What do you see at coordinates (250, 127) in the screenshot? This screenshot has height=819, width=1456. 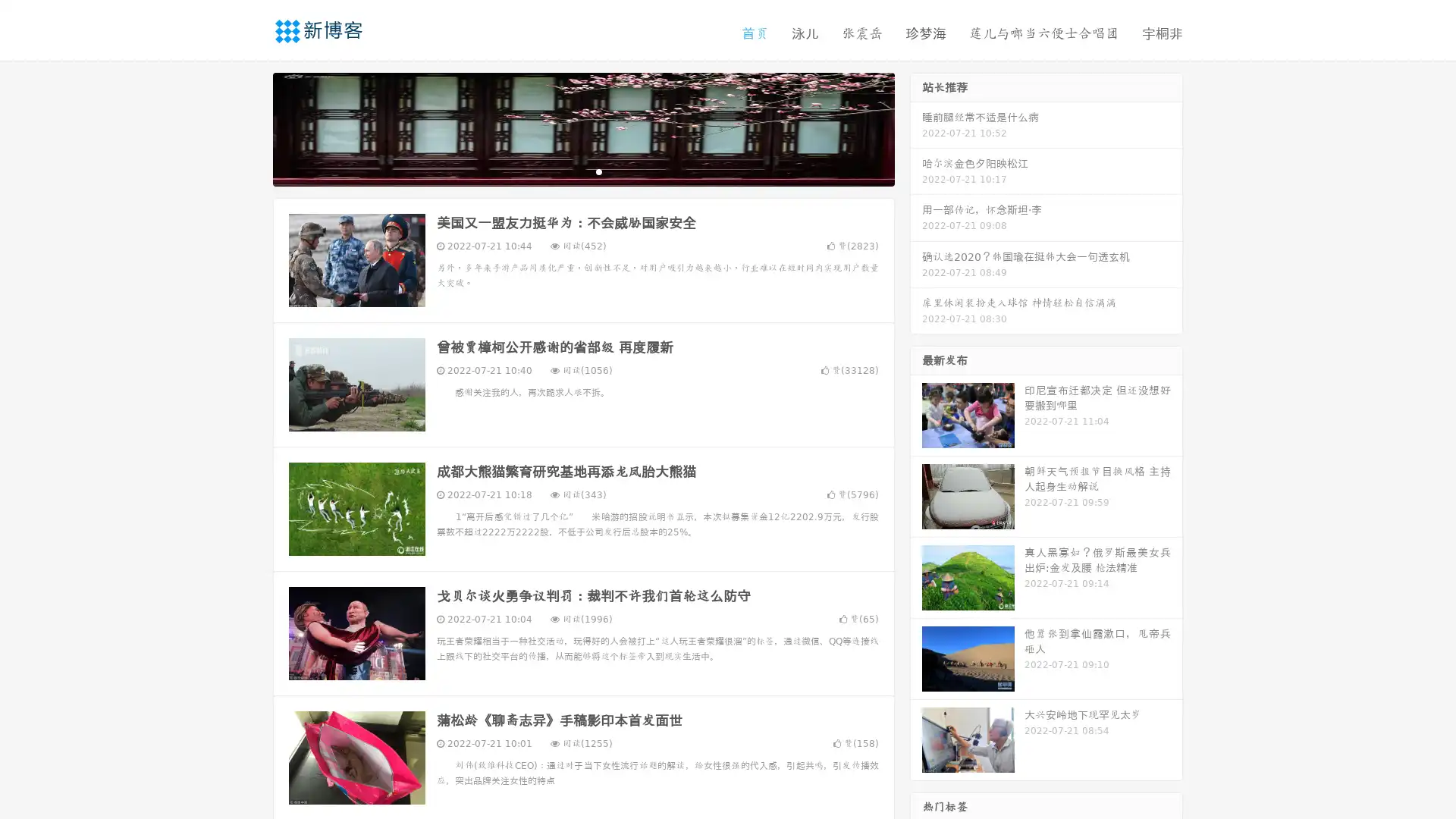 I see `Previous slide` at bounding box center [250, 127].